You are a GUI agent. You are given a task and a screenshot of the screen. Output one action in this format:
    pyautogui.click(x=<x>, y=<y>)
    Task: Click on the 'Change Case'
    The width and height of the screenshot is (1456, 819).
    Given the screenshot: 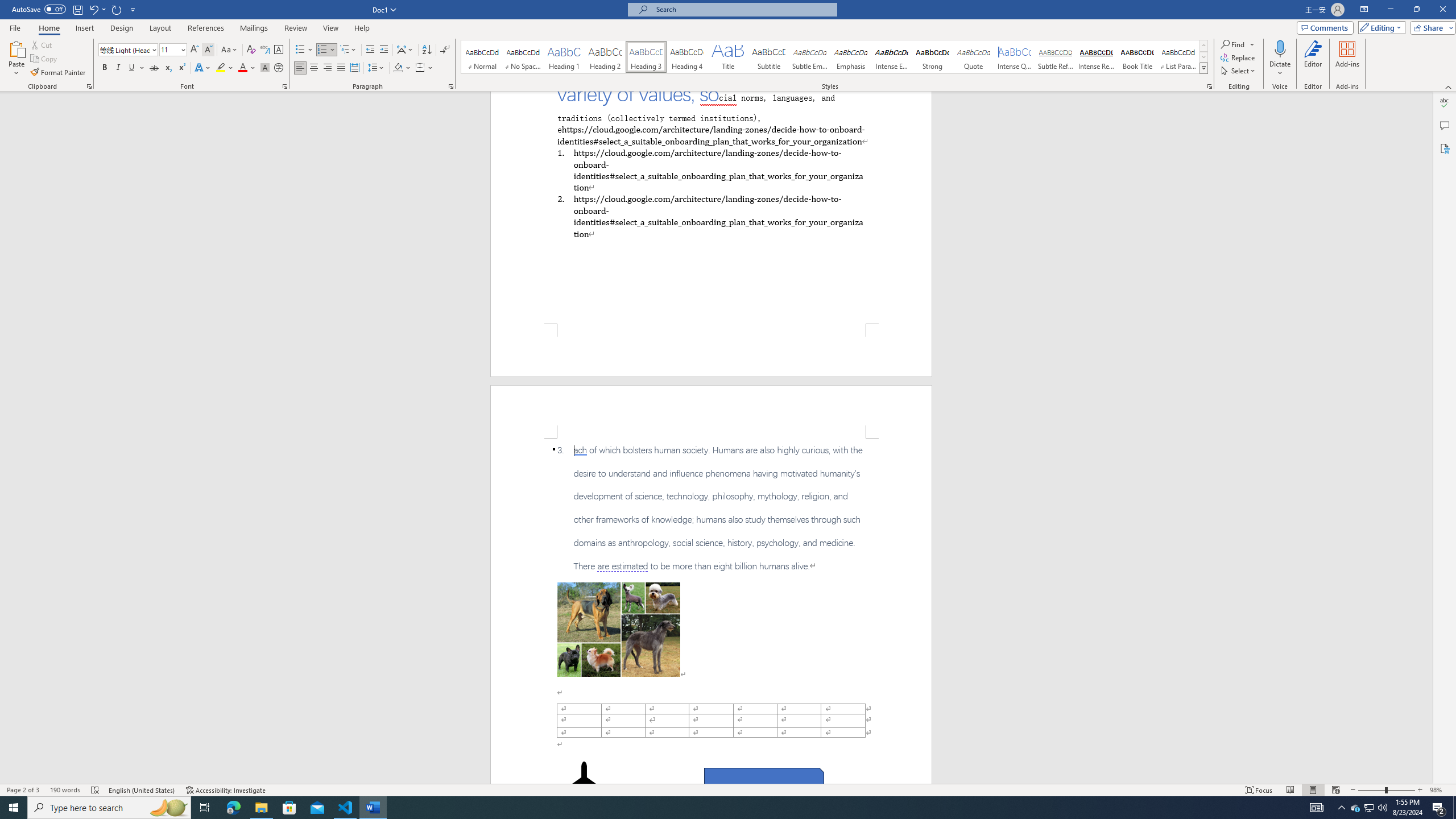 What is the action you would take?
    pyautogui.click(x=229, y=49)
    